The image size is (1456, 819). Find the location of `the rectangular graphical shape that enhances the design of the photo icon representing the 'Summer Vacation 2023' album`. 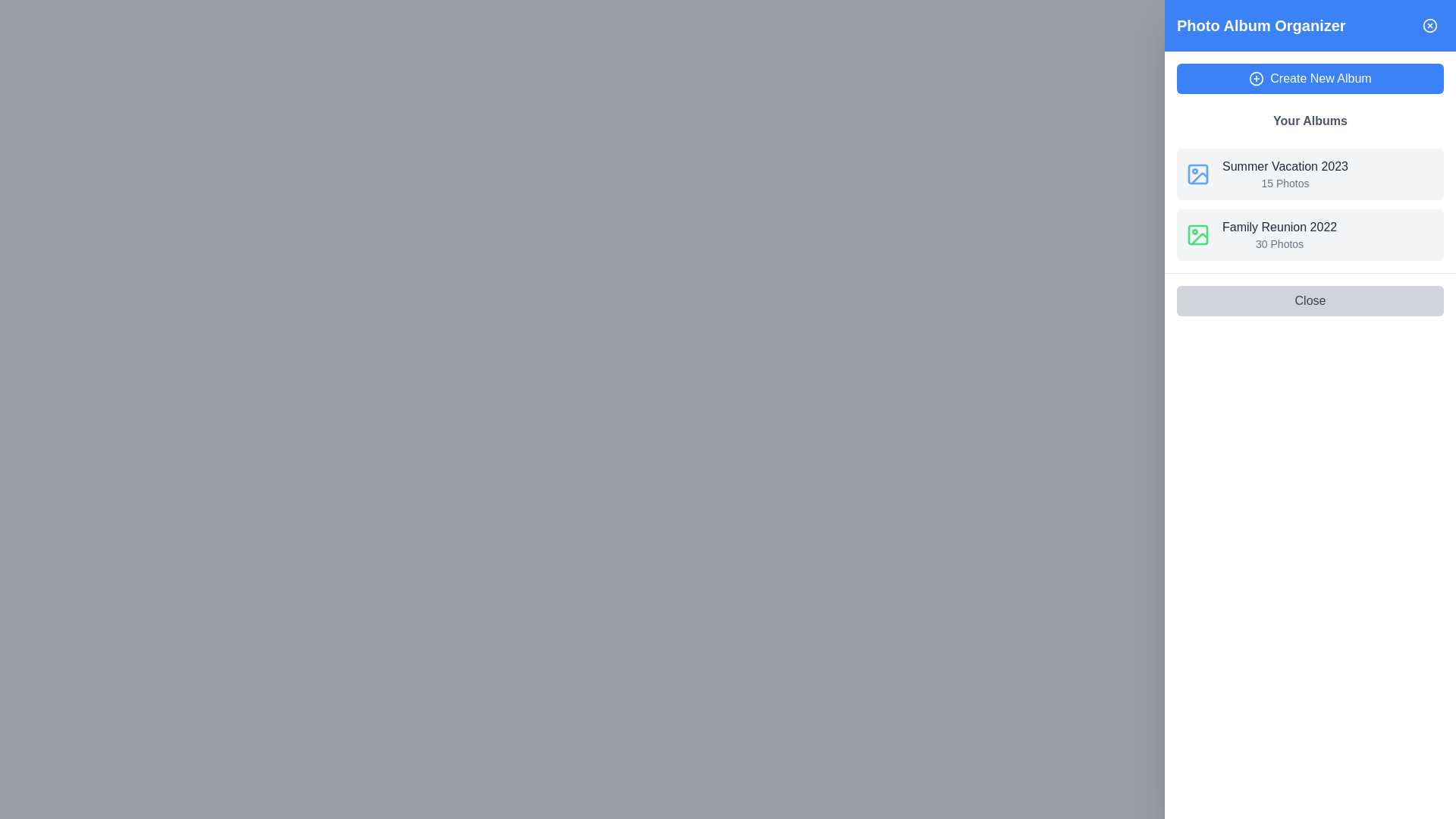

the rectangular graphical shape that enhances the design of the photo icon representing the 'Summer Vacation 2023' album is located at coordinates (1197, 174).